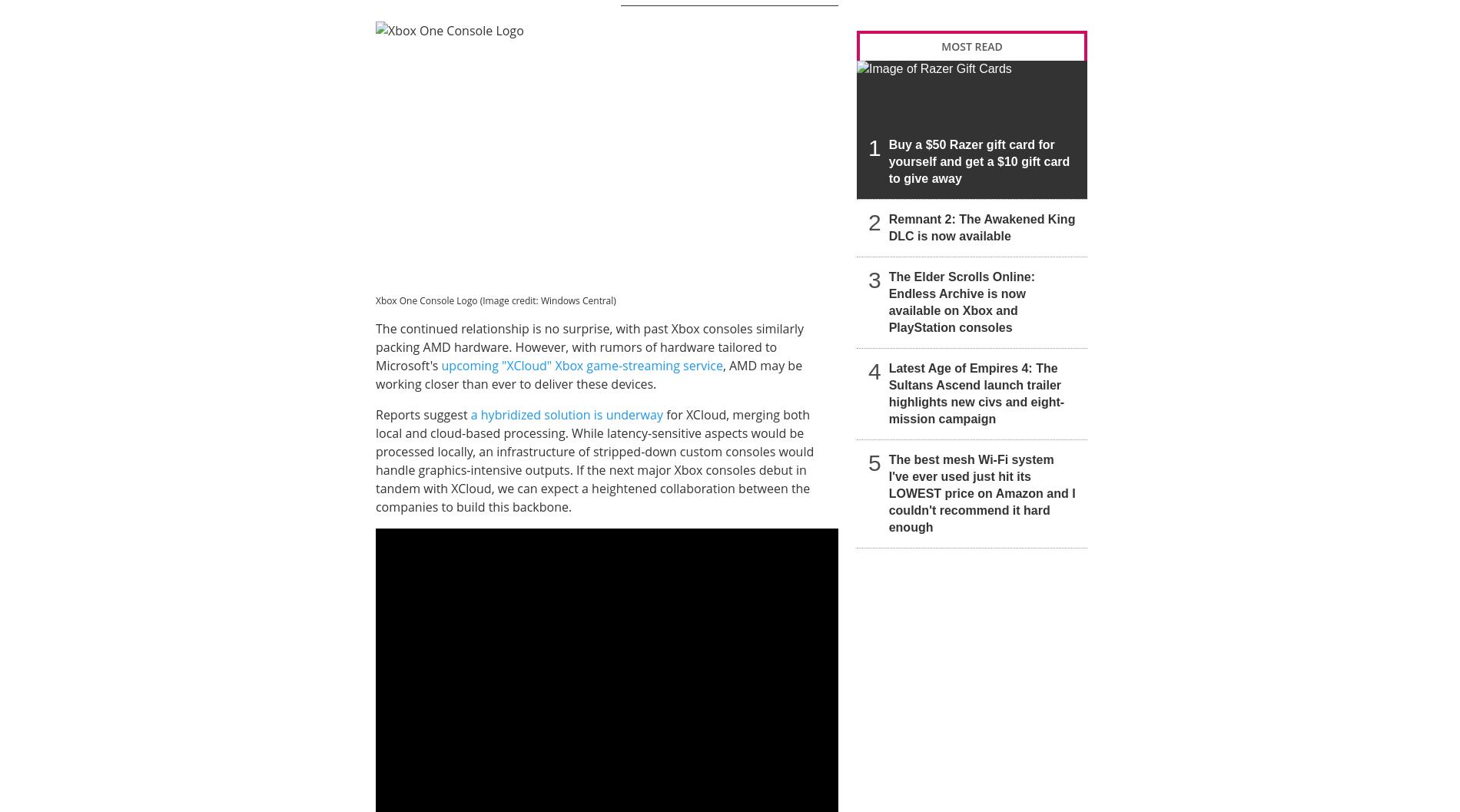 Image resolution: width=1460 pixels, height=812 pixels. Describe the element at coordinates (566, 414) in the screenshot. I see `'a hybridized solution is underway'` at that location.